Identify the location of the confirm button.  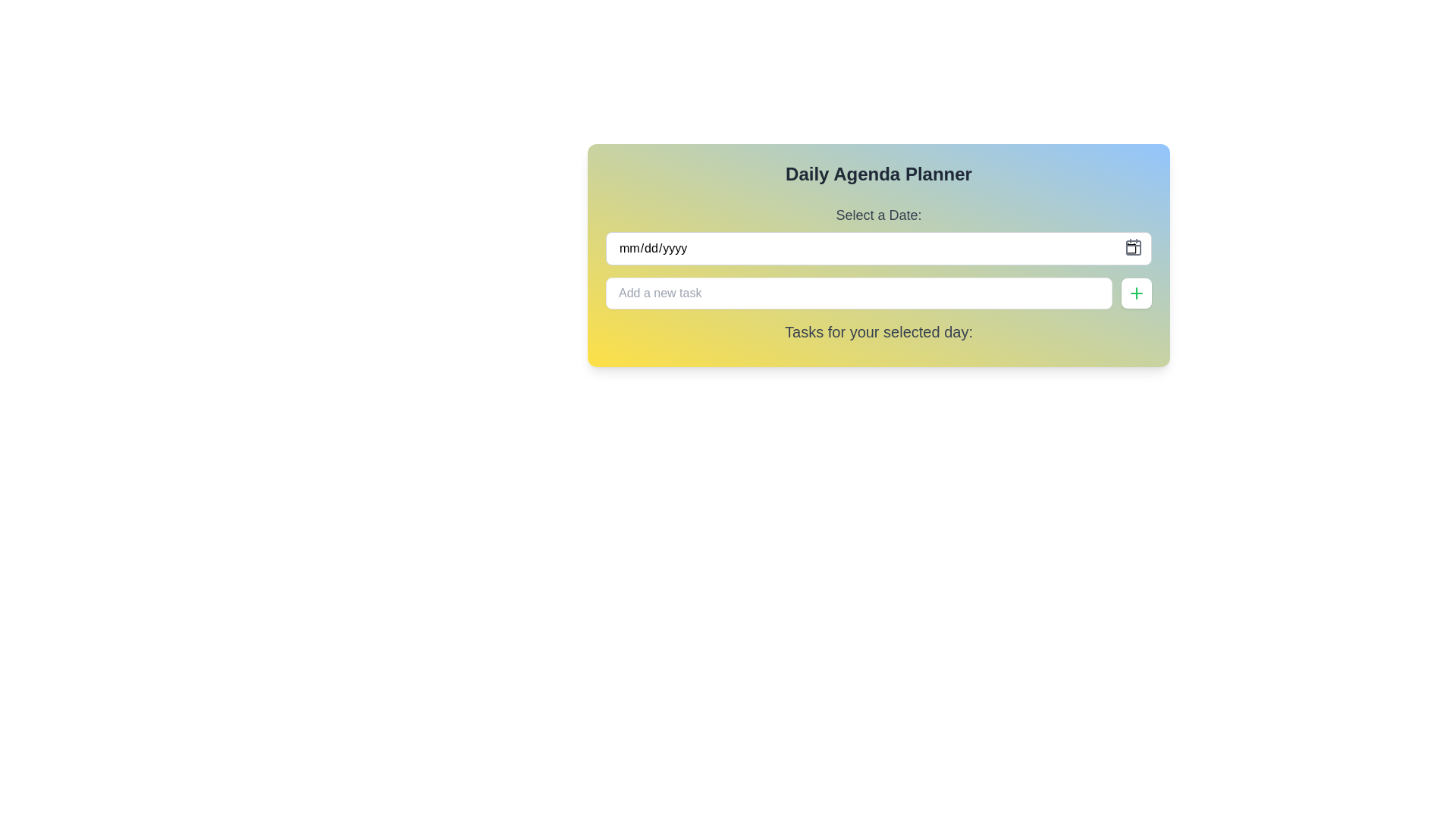
(1136, 293).